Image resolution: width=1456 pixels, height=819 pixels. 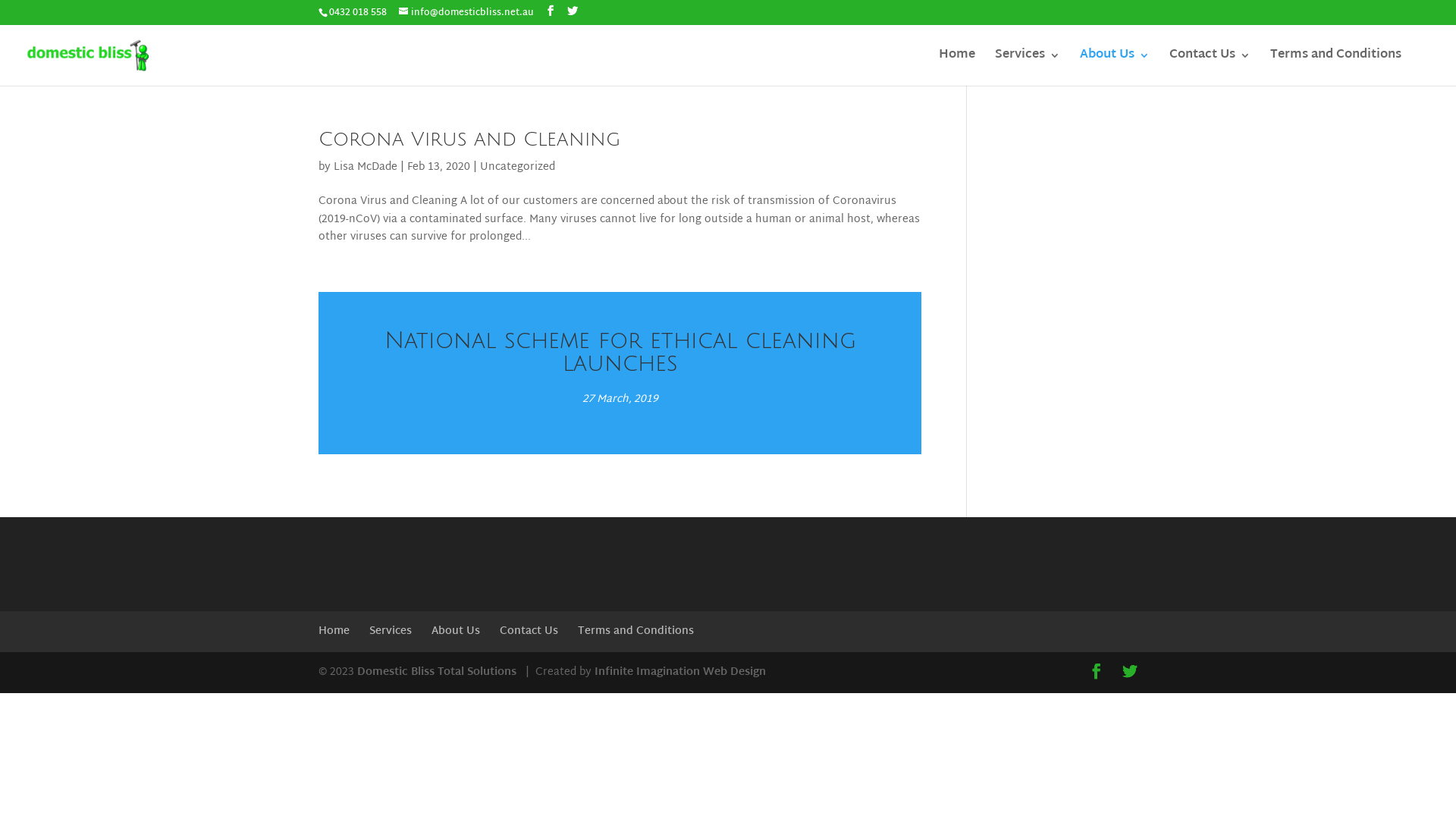 What do you see at coordinates (318, 631) in the screenshot?
I see `'Home'` at bounding box center [318, 631].